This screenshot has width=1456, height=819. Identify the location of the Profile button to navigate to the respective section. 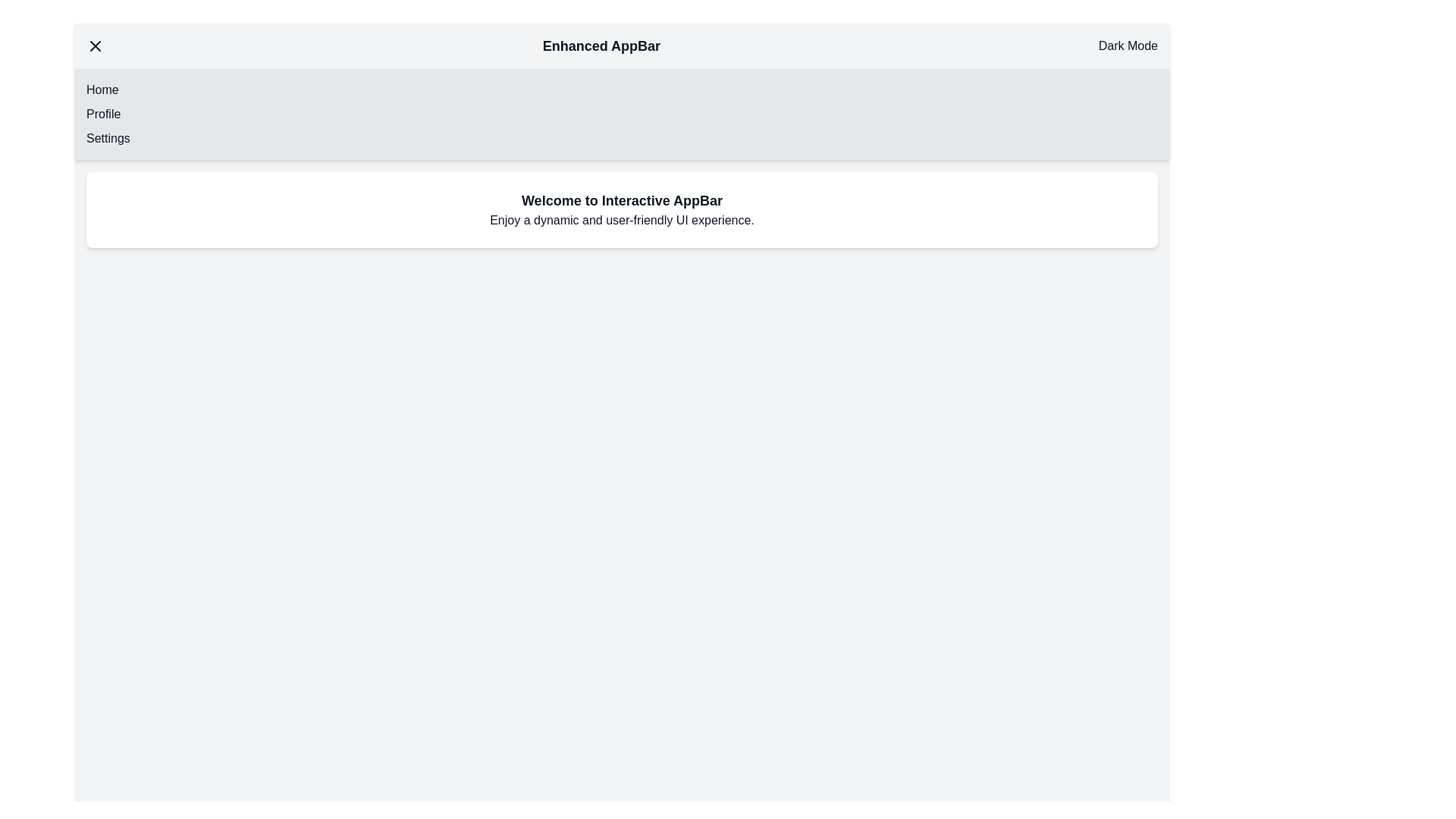
(103, 113).